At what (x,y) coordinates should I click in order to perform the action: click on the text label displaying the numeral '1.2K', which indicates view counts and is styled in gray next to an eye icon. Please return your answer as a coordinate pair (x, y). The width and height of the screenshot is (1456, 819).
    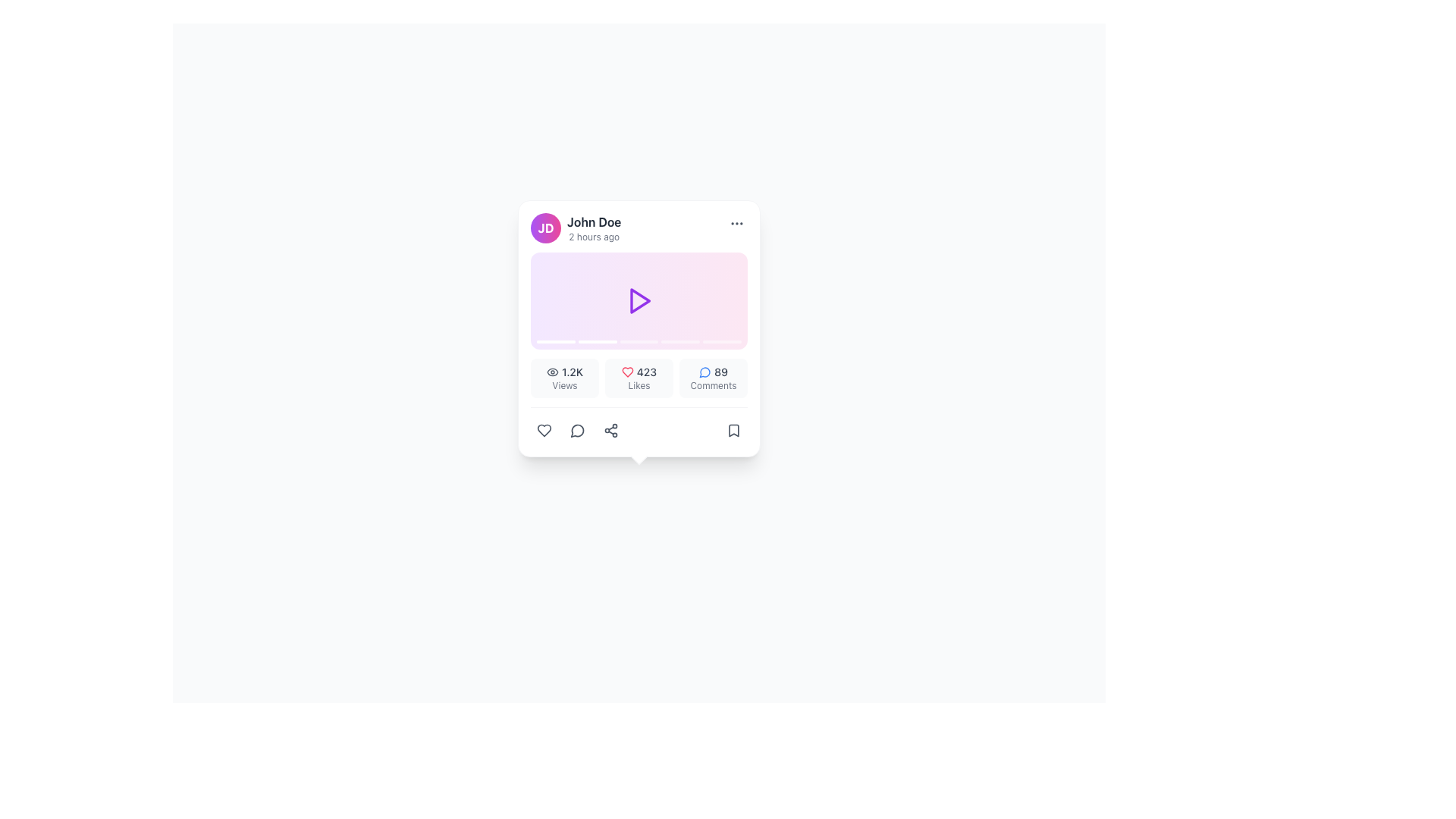
    Looking at the image, I should click on (571, 372).